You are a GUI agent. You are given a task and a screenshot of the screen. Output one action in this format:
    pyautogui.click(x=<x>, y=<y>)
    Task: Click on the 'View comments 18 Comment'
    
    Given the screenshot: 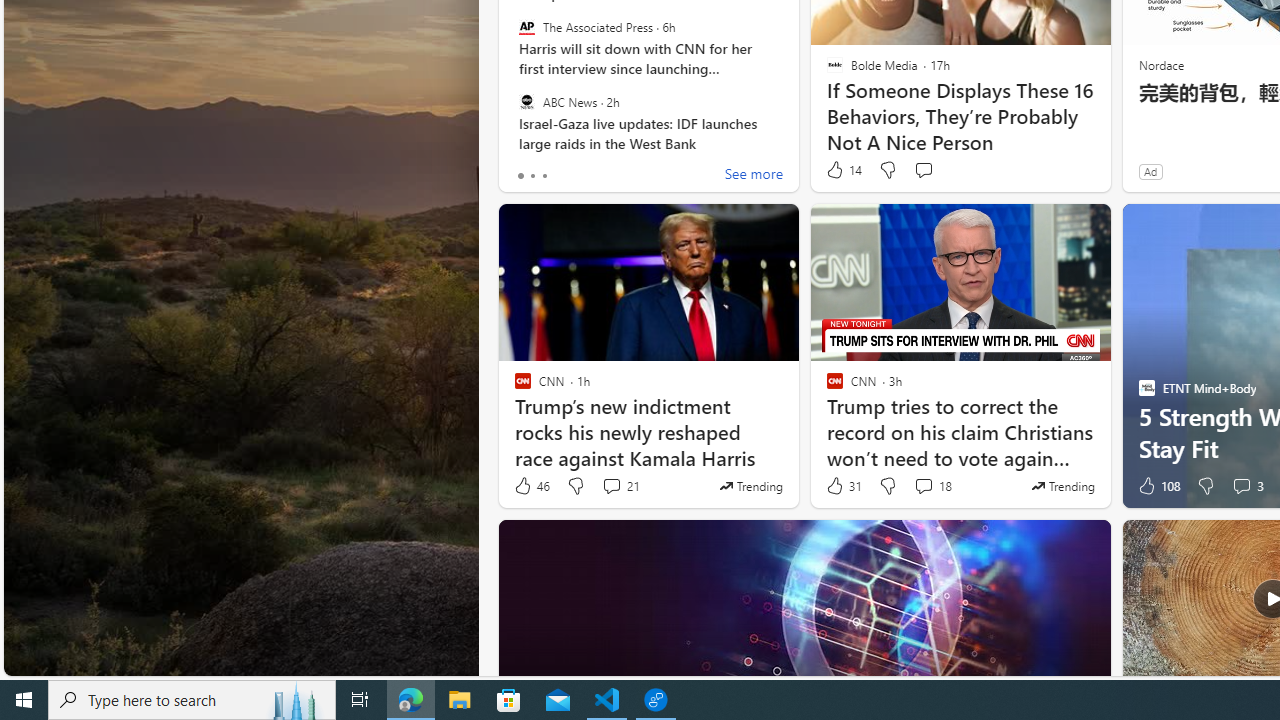 What is the action you would take?
    pyautogui.click(x=922, y=486)
    